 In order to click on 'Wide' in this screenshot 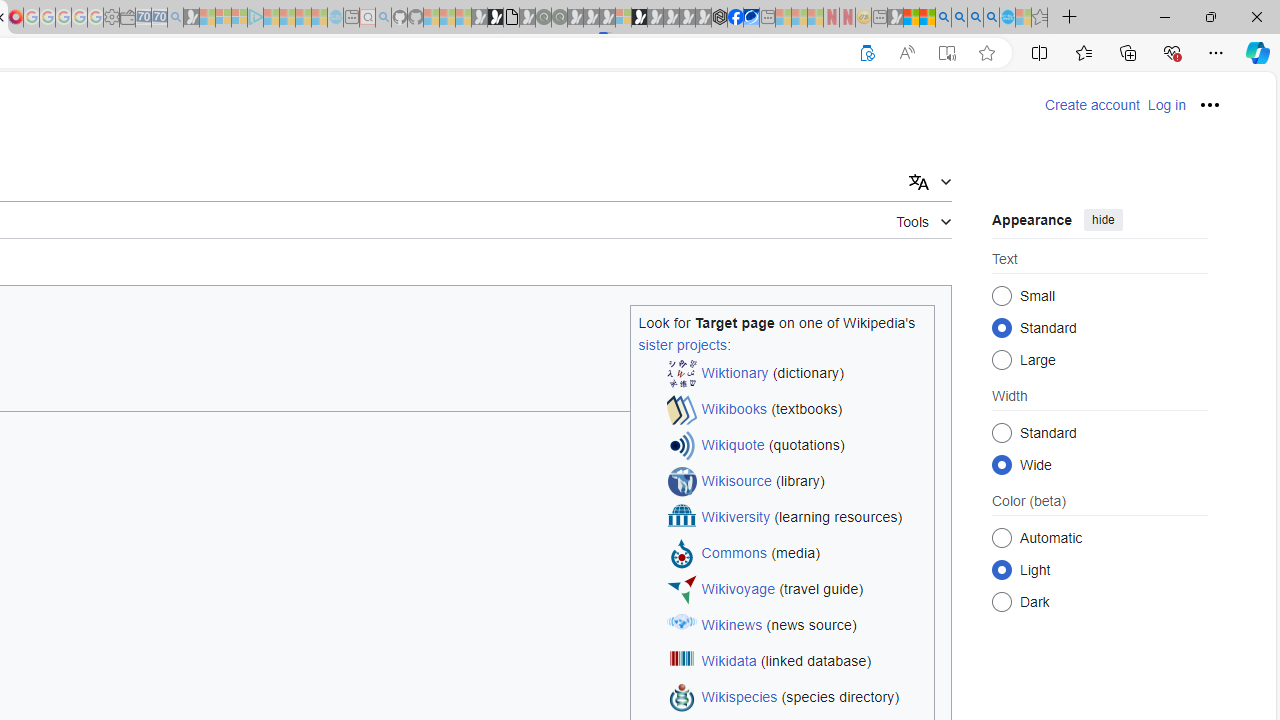, I will do `click(1002, 464)`.